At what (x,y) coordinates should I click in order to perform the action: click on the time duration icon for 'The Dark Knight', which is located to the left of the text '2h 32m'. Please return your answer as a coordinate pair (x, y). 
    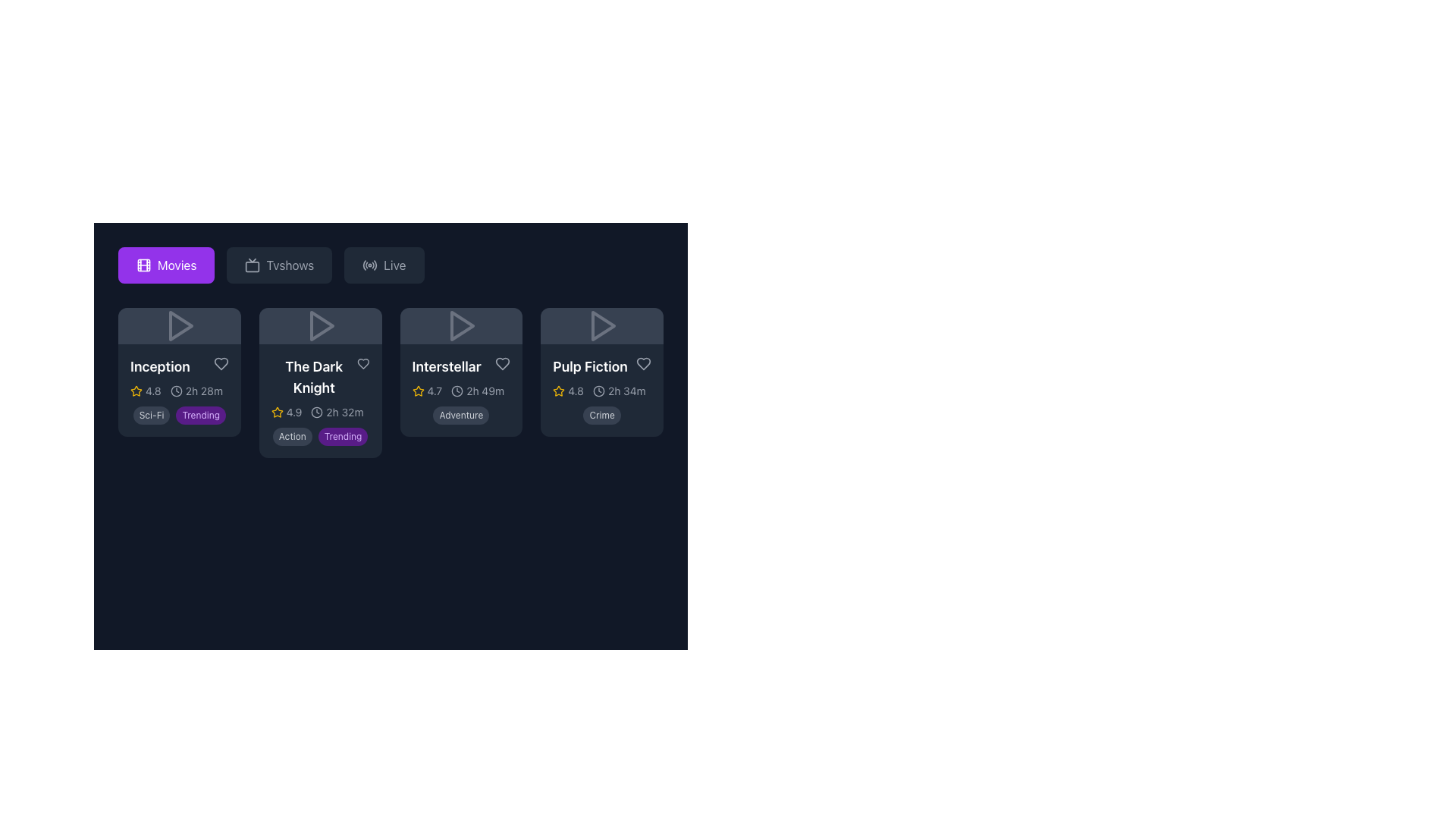
    Looking at the image, I should click on (316, 412).